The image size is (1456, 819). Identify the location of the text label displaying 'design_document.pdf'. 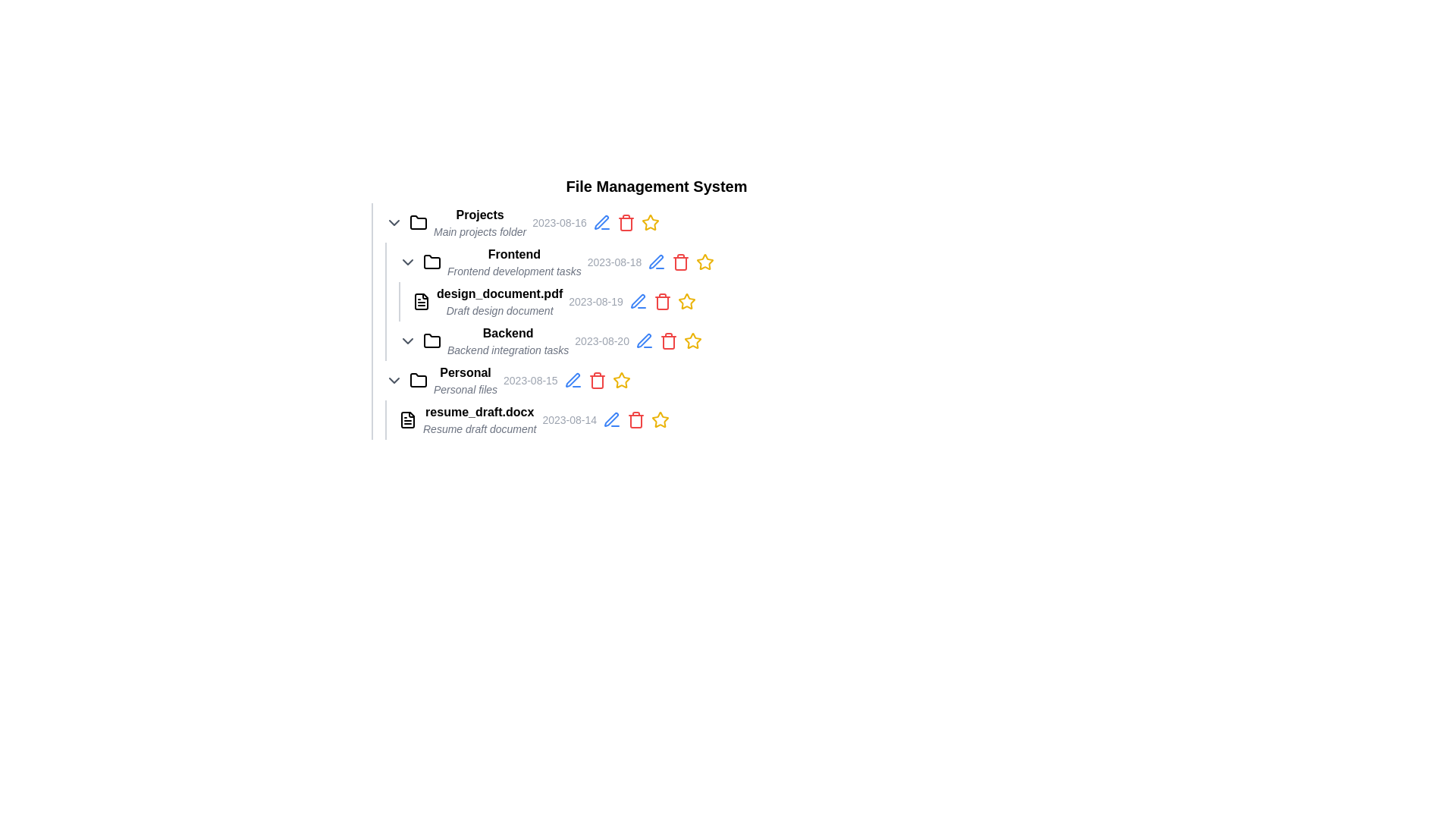
(500, 294).